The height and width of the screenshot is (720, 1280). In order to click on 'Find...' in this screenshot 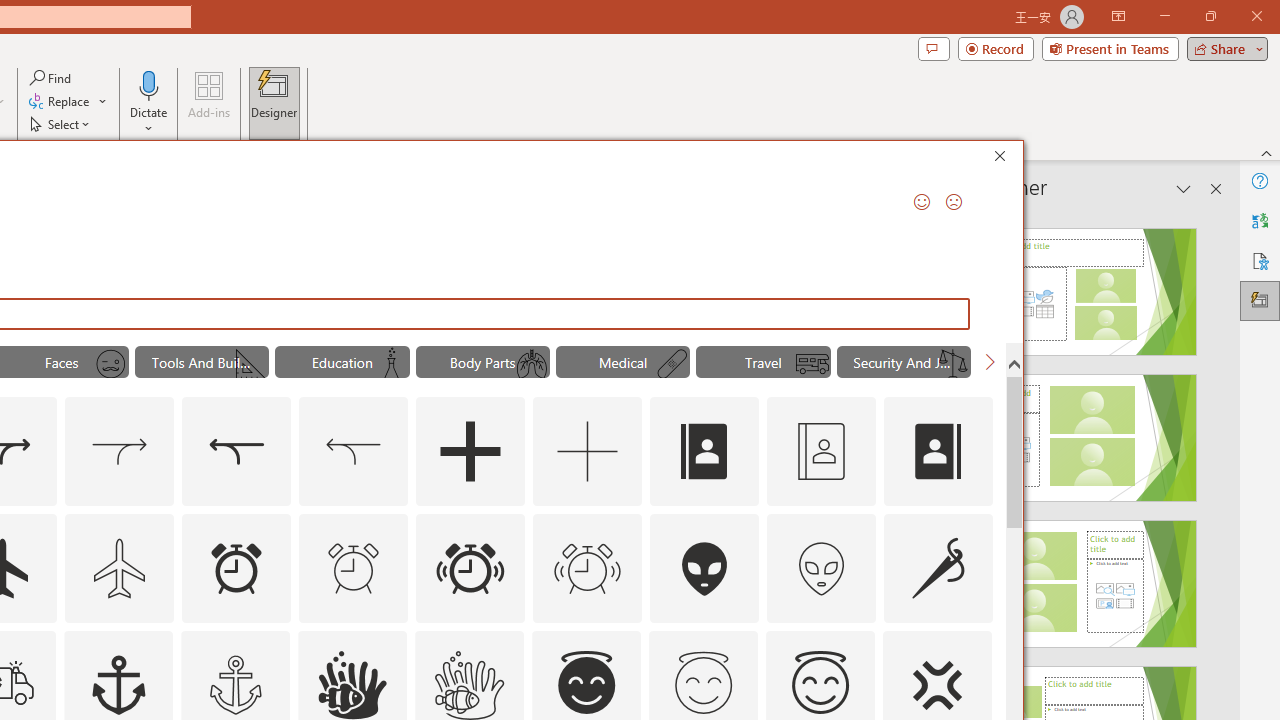, I will do `click(51, 77)`.